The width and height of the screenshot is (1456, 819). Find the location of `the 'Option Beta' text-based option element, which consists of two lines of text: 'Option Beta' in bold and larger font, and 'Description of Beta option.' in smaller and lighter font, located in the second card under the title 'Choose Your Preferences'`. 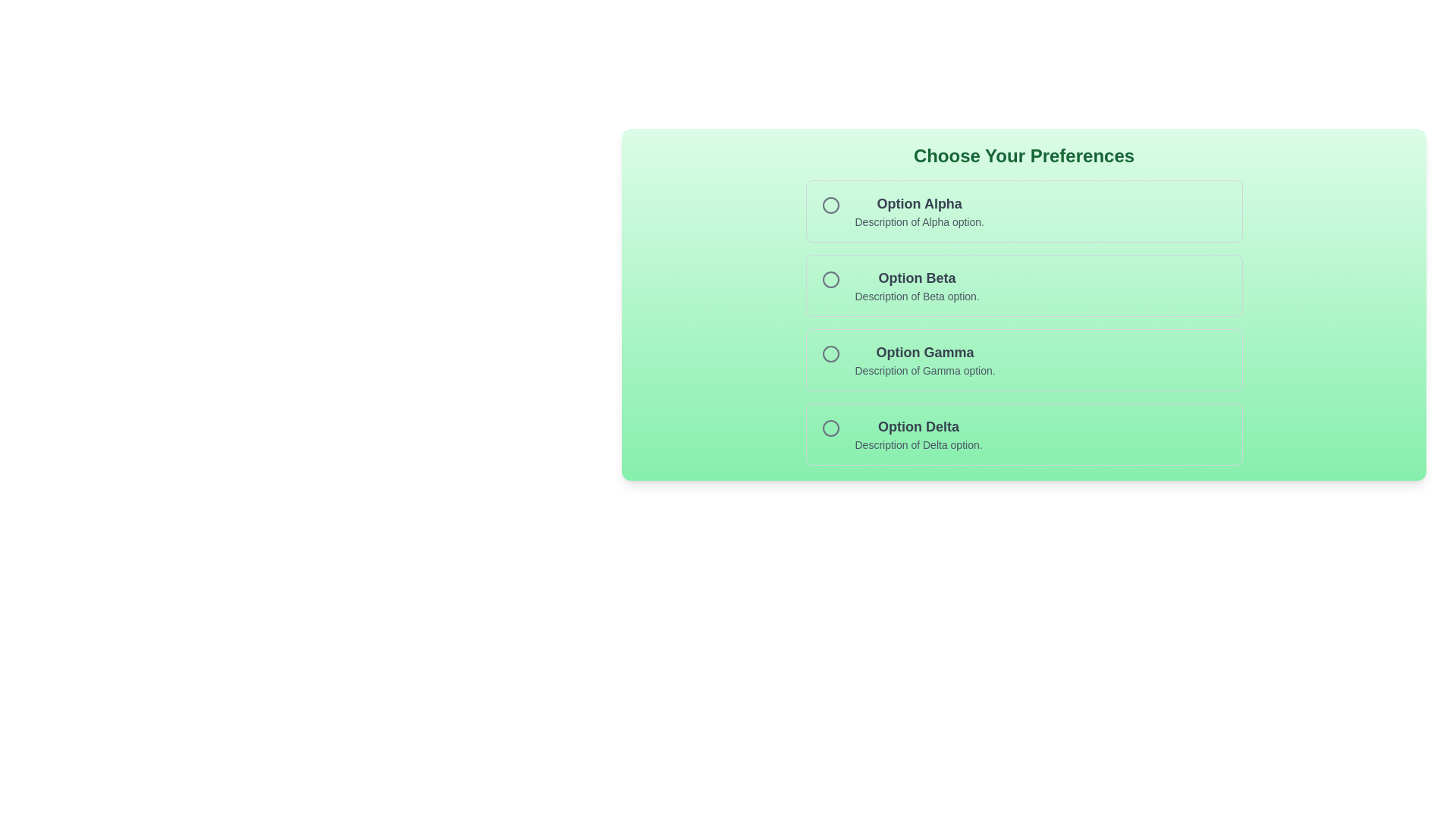

the 'Option Beta' text-based option element, which consists of two lines of text: 'Option Beta' in bold and larger font, and 'Description of Beta option.' in smaller and lighter font, located in the second card under the title 'Choose Your Preferences' is located at coordinates (916, 286).